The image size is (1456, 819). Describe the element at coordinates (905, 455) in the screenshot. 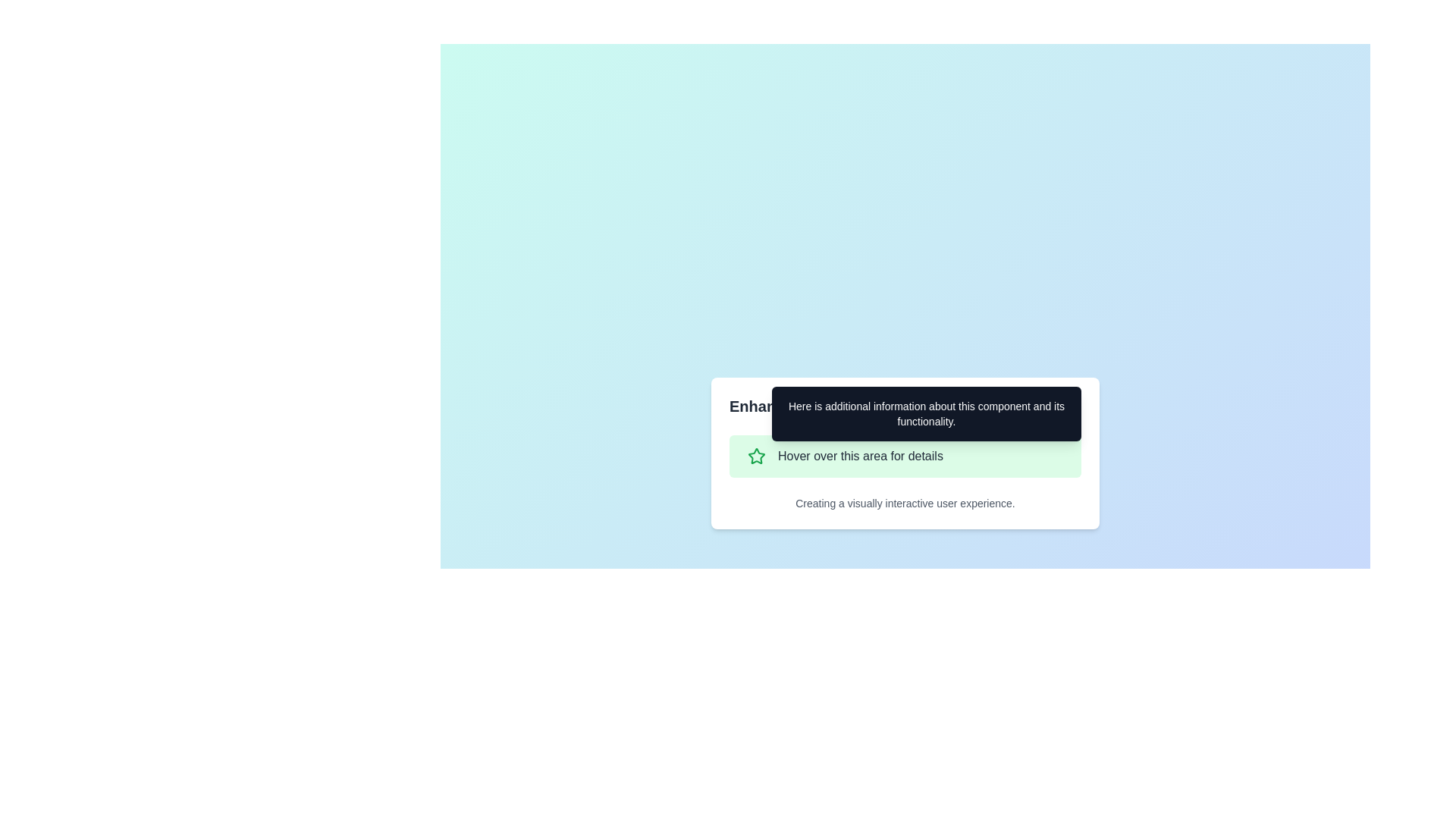

I see `the Interactive Tooltip Trigger Area, which has a green background with rounded corners and displays the text 'Hover over this area for details'` at that location.